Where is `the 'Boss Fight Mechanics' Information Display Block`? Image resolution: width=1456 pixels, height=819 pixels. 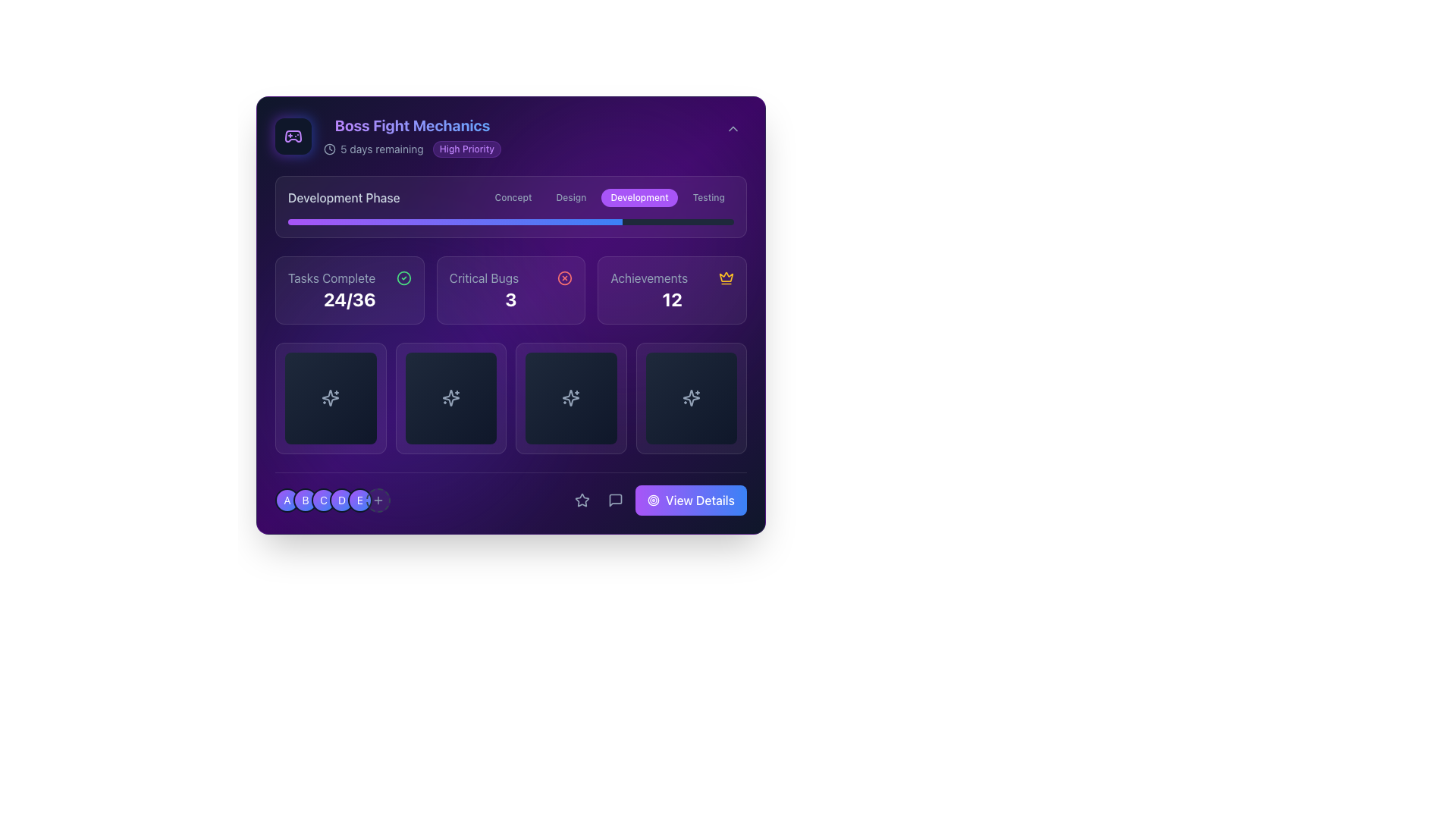 the 'Boss Fight Mechanics' Information Display Block is located at coordinates (412, 136).